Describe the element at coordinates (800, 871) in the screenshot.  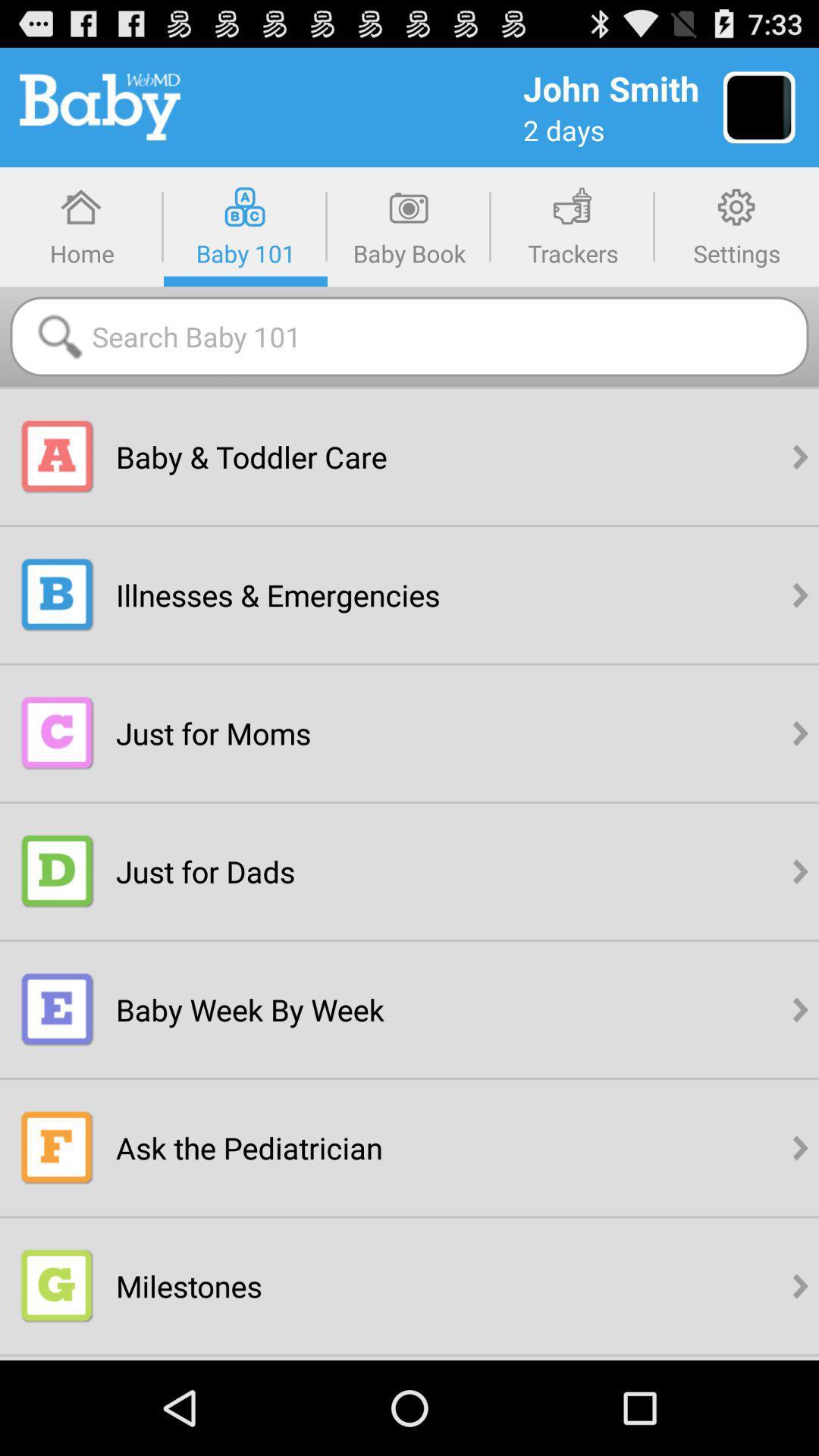
I see `the right arrow present in the forth option` at that location.